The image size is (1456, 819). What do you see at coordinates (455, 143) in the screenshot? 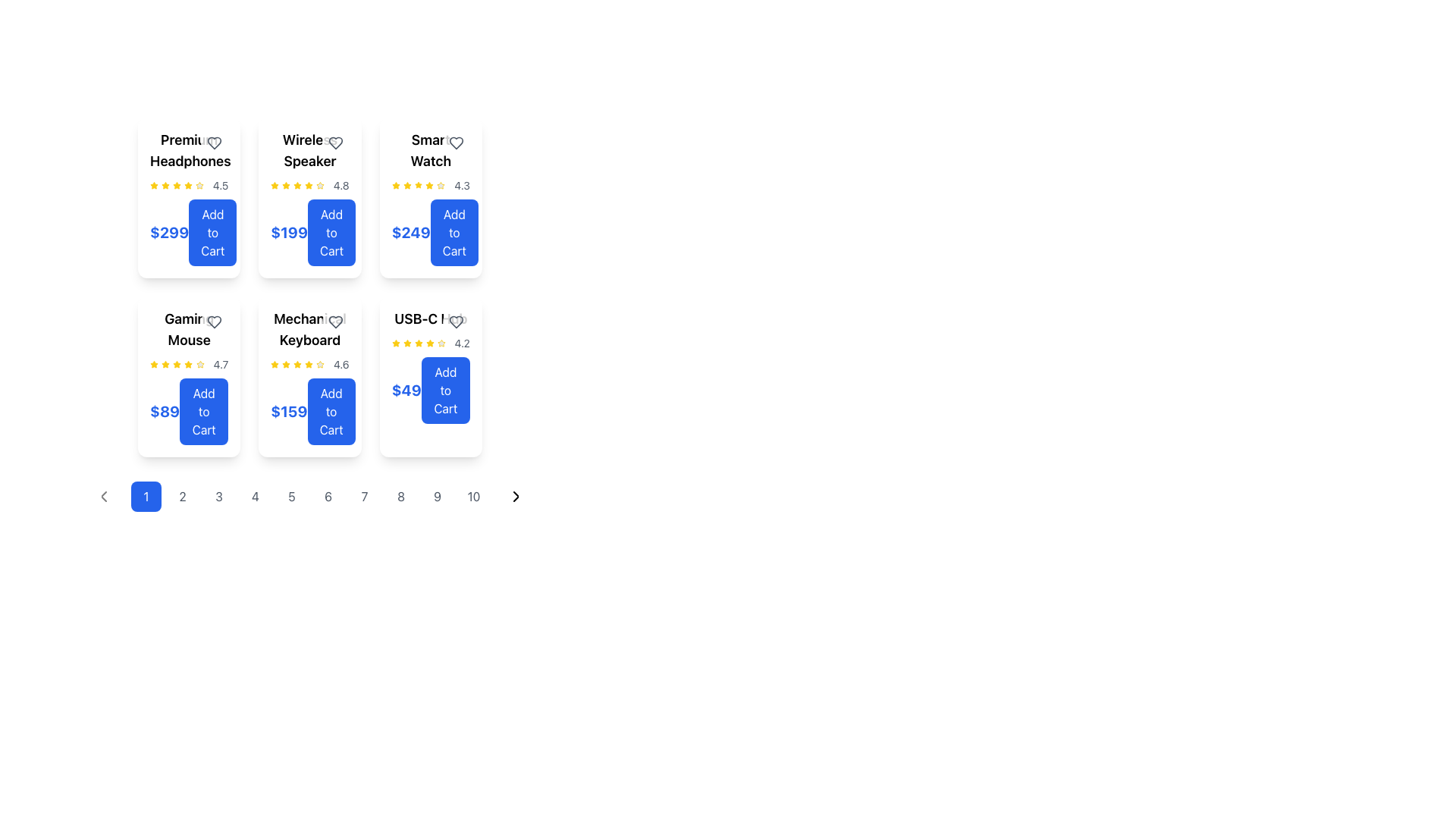
I see `the heart-shaped icon located in the top-right corner of the 'Smart Watch' card to mark it as a favorite` at bounding box center [455, 143].